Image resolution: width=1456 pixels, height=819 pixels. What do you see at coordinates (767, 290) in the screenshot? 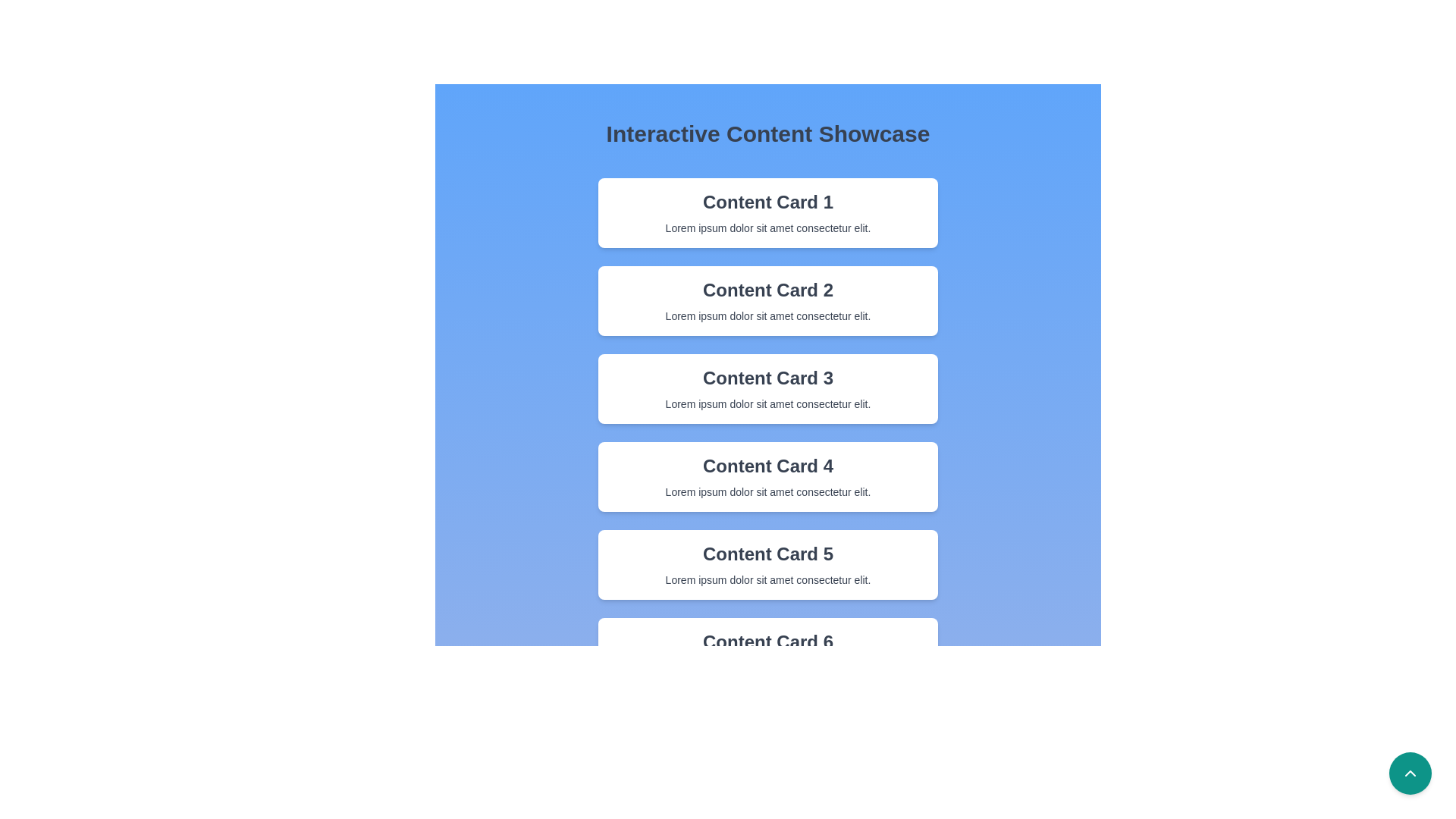
I see `text from the 'Content Card 2' label, which is a bold and large font title in a white card on a blue gradient background` at bounding box center [767, 290].